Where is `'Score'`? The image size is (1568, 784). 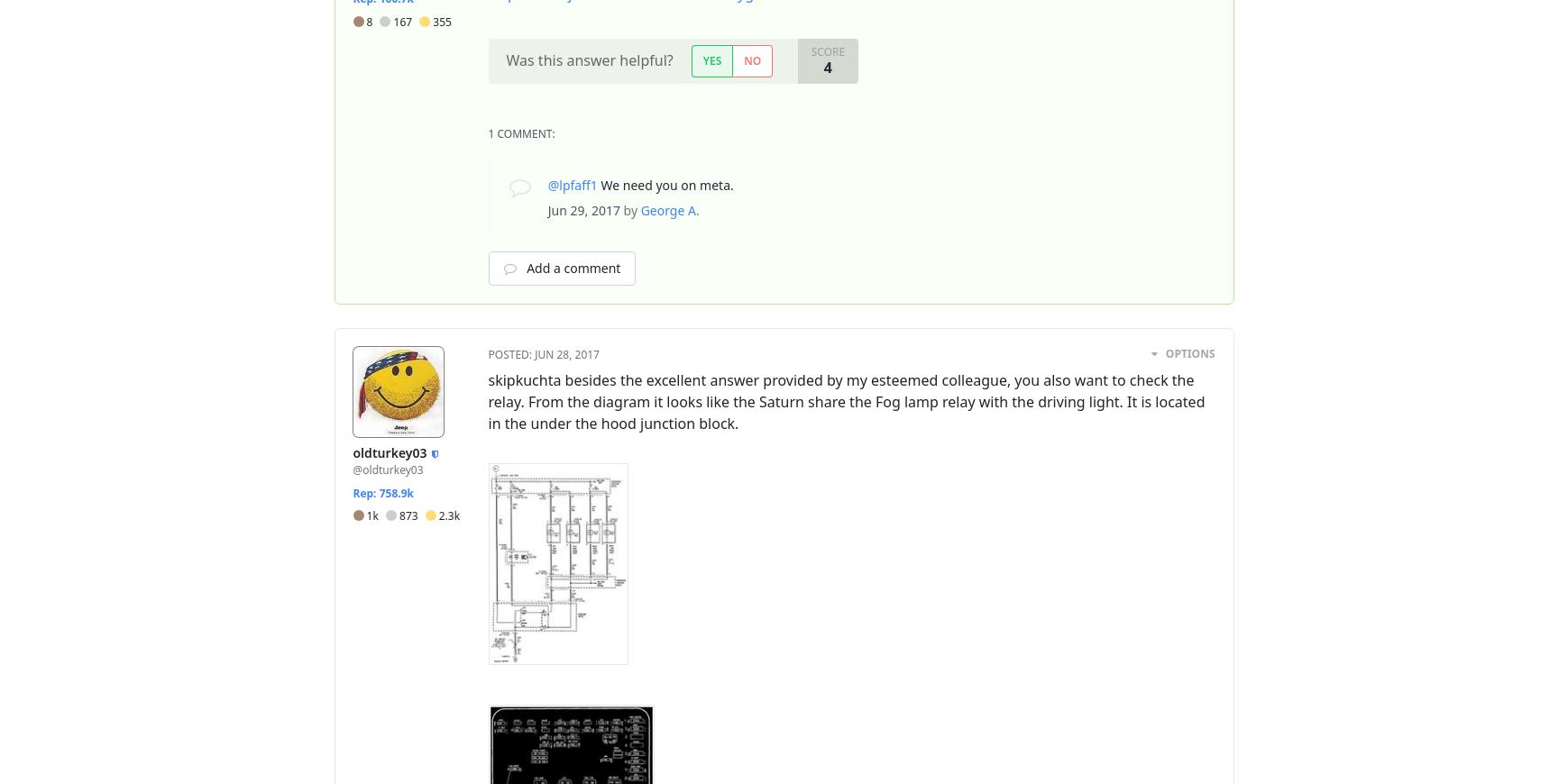
'Score' is located at coordinates (811, 50).